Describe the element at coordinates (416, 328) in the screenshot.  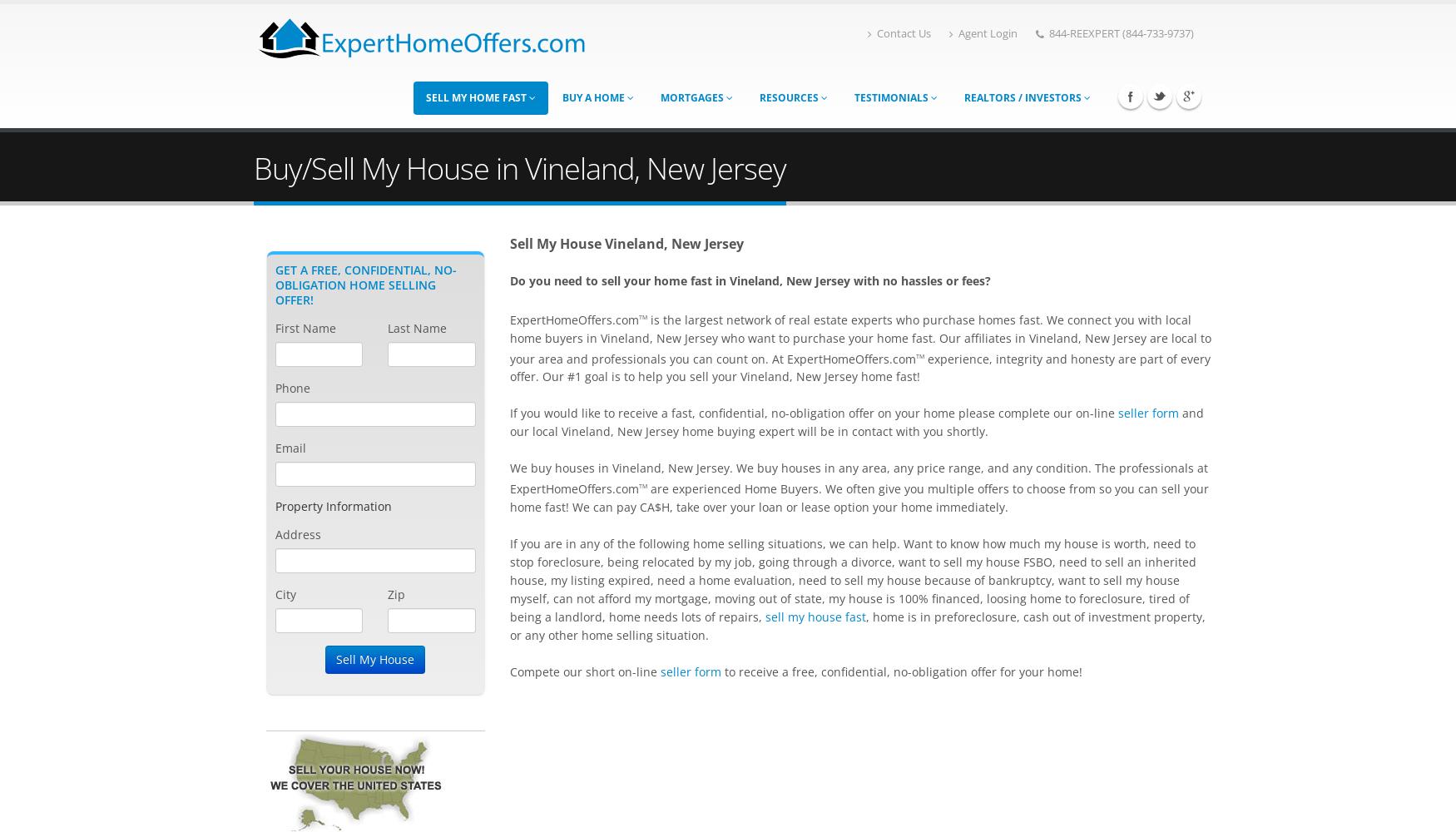
I see `'Last Name'` at that location.